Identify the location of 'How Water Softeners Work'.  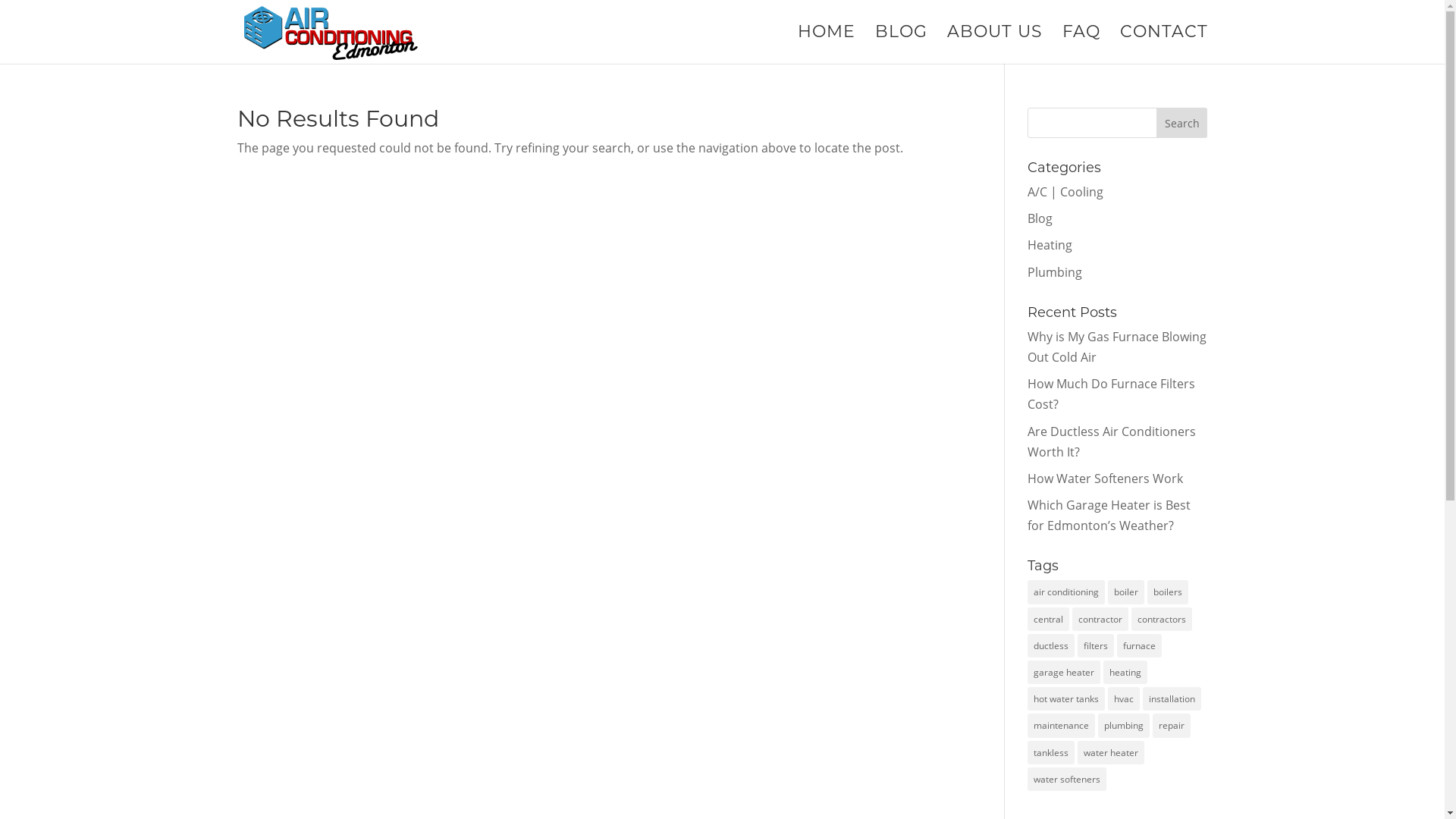
(1027, 479).